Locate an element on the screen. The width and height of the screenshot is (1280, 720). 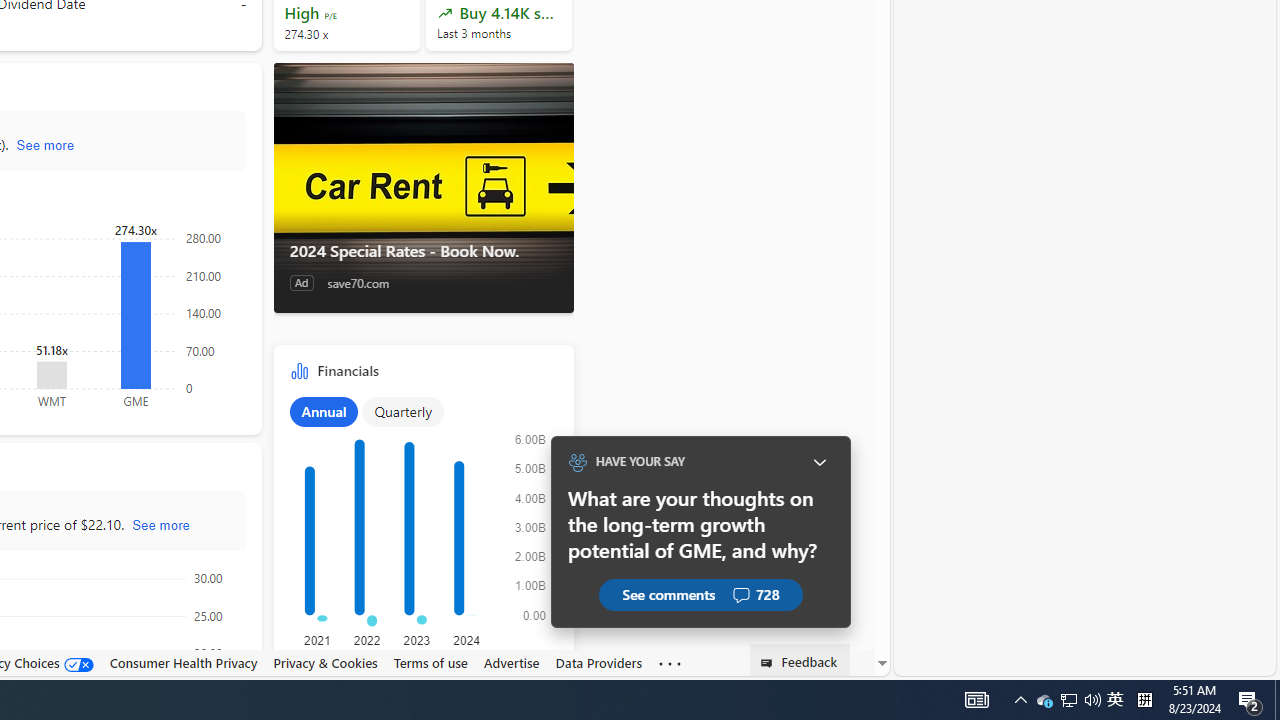
'Annual' is located at coordinates (323, 410).